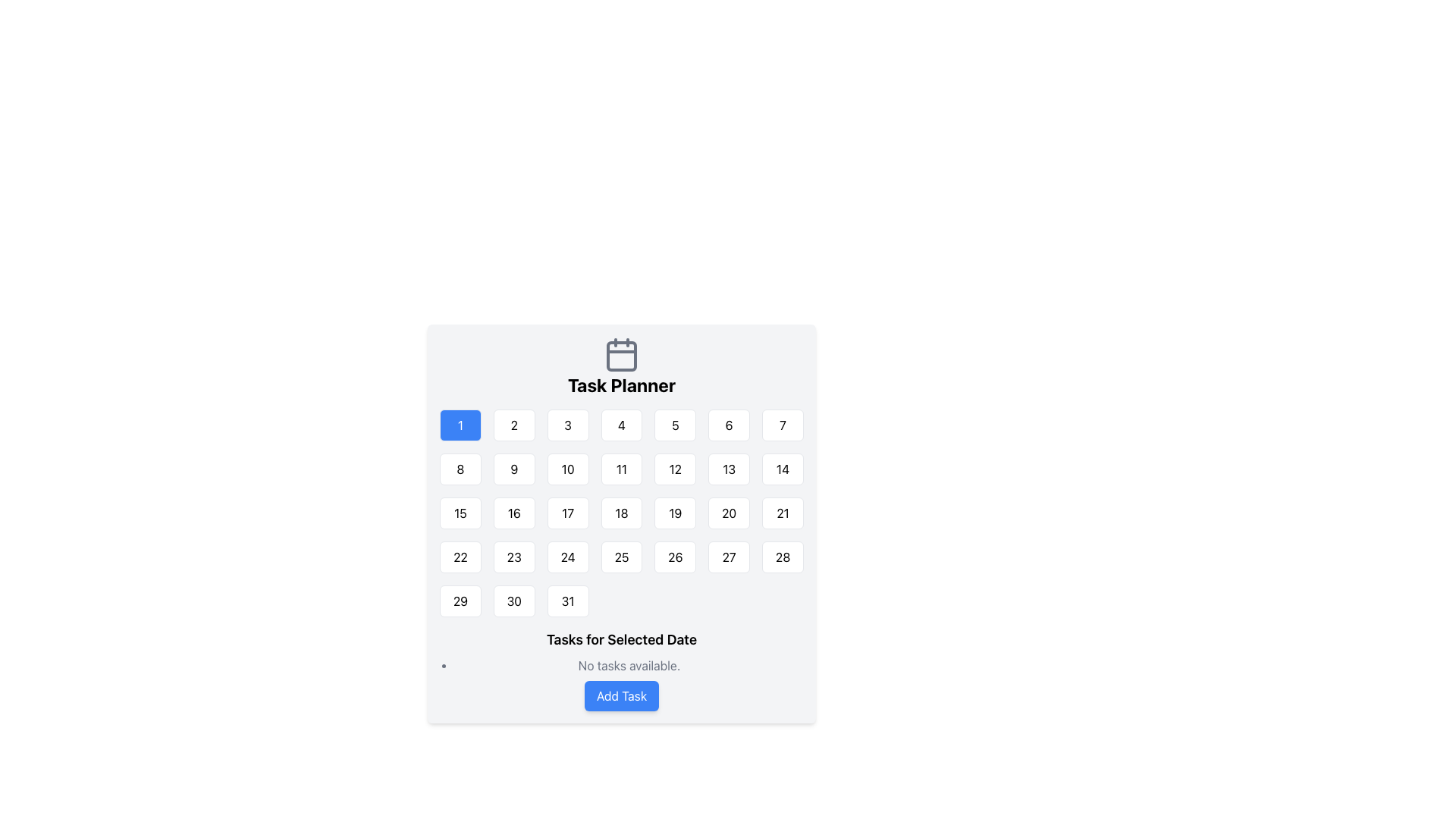  Describe the element at coordinates (459, 557) in the screenshot. I see `the button representing the 22nd day in the calendar grid` at that location.